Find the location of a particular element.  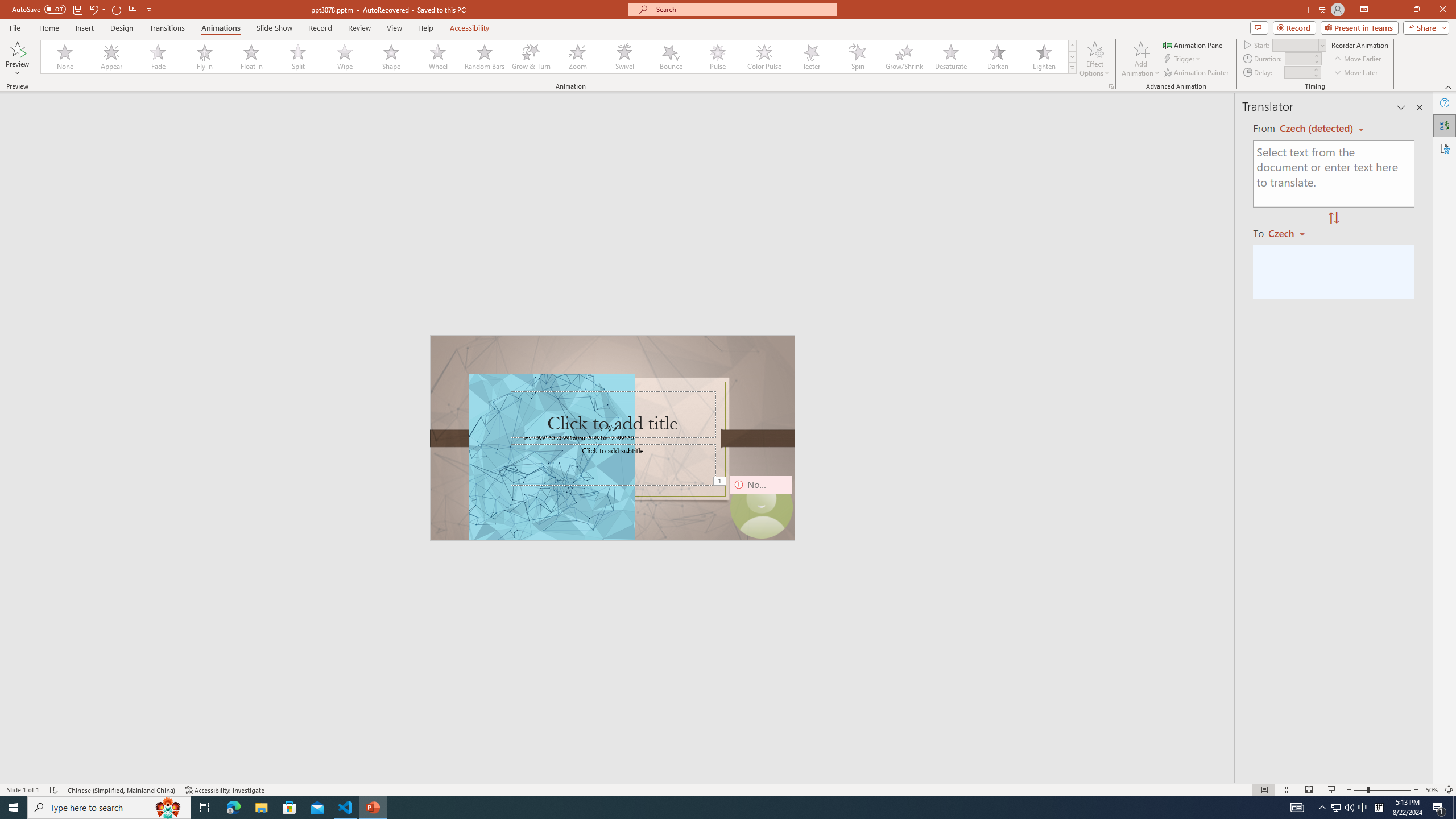

'Fade' is located at coordinates (158, 56).